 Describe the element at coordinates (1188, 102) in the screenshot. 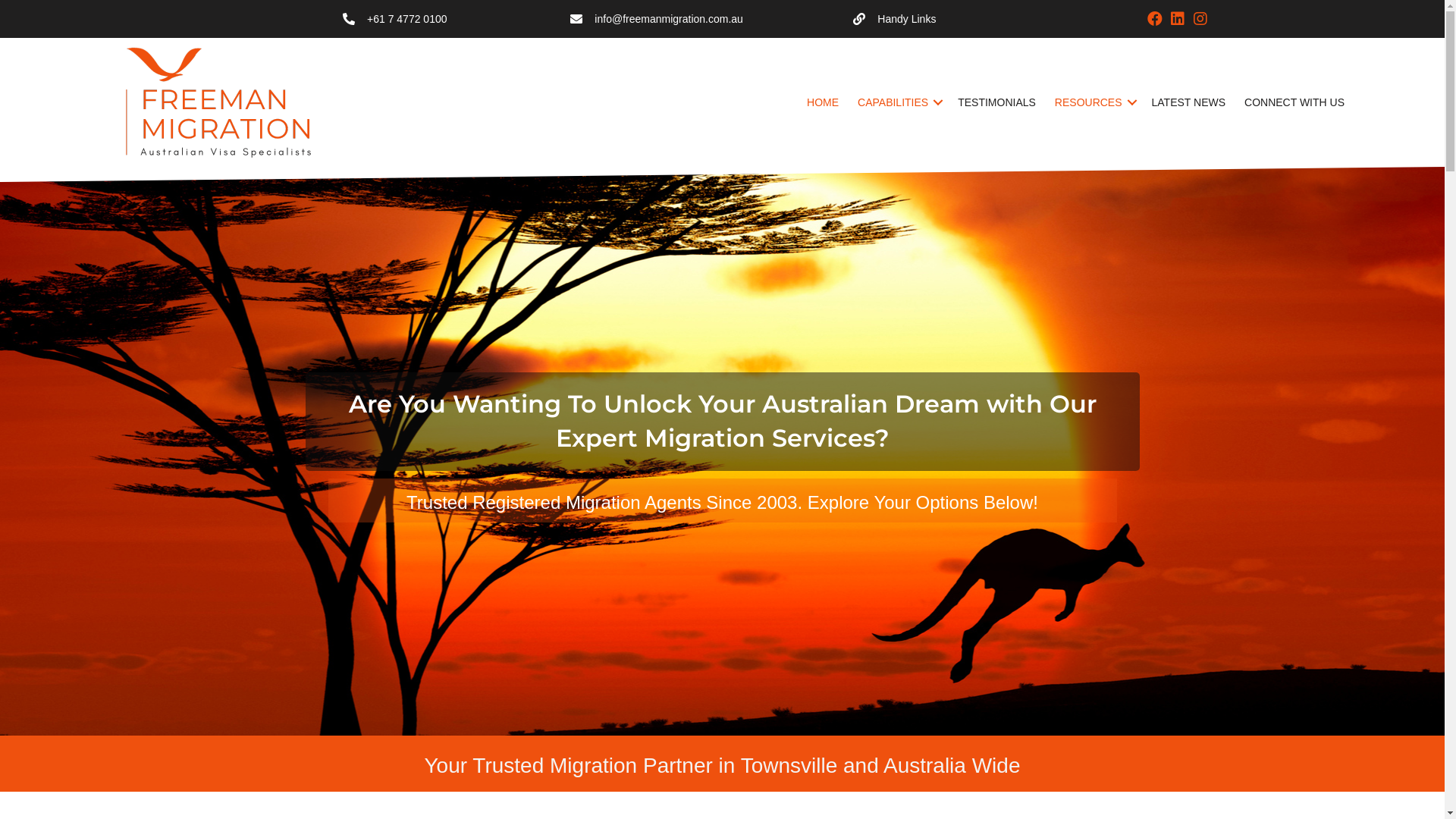

I see `'LATEST NEWS'` at that location.